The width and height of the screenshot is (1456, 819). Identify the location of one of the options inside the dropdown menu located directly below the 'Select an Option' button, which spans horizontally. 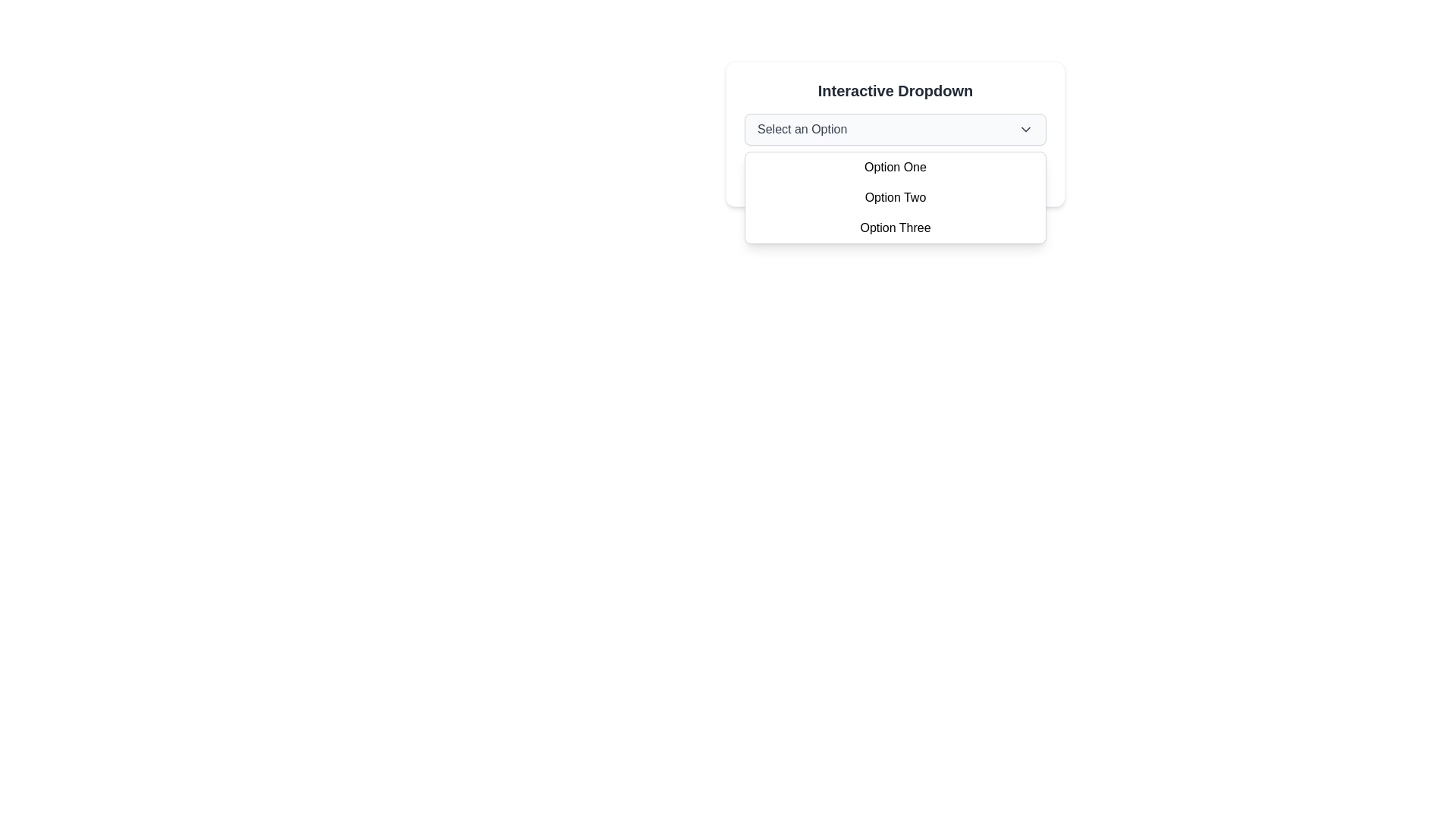
(895, 197).